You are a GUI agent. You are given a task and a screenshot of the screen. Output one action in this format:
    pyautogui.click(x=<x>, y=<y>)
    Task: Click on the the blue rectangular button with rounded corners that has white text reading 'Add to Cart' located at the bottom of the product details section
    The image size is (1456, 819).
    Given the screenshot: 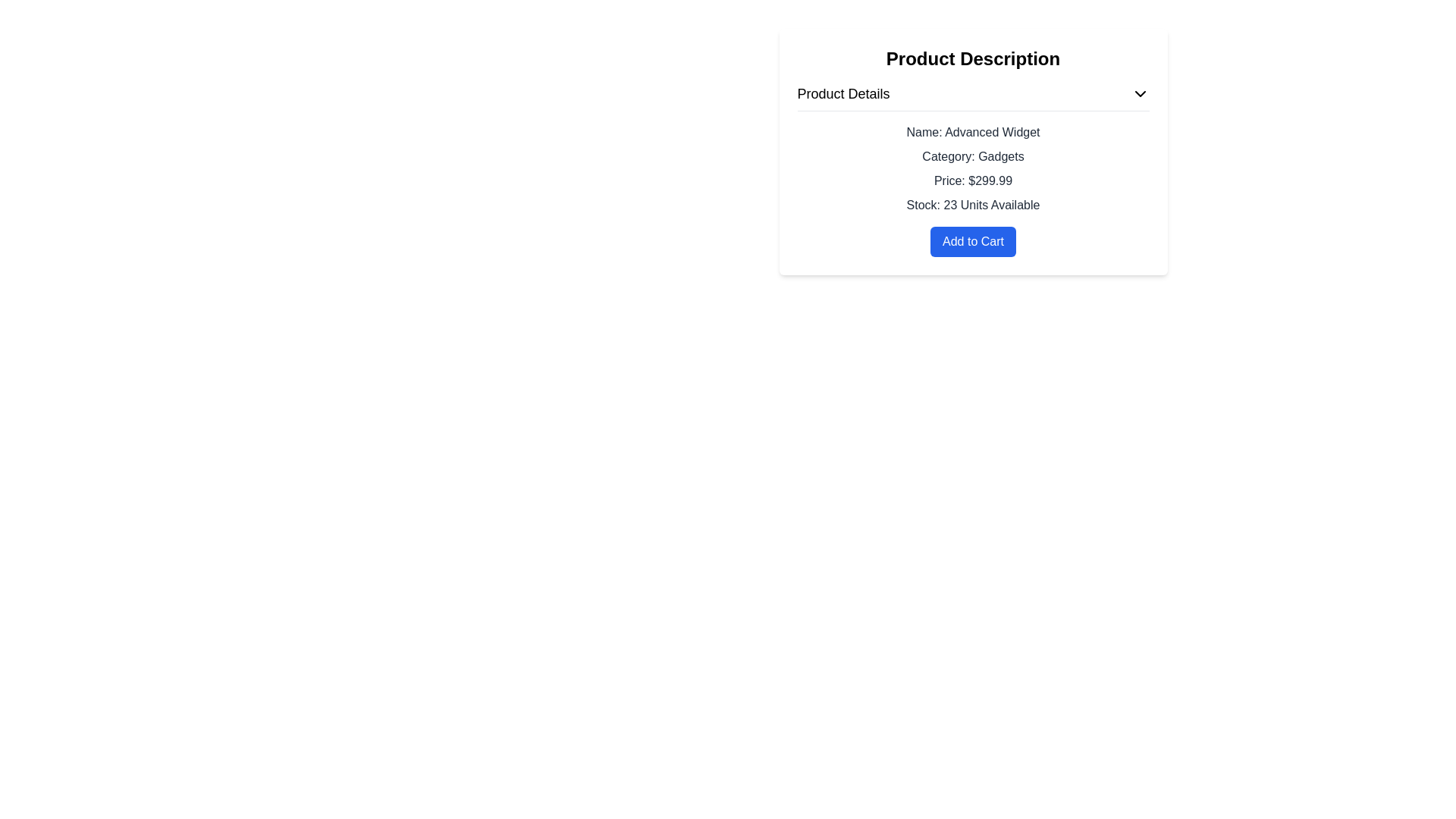 What is the action you would take?
    pyautogui.click(x=973, y=241)
    